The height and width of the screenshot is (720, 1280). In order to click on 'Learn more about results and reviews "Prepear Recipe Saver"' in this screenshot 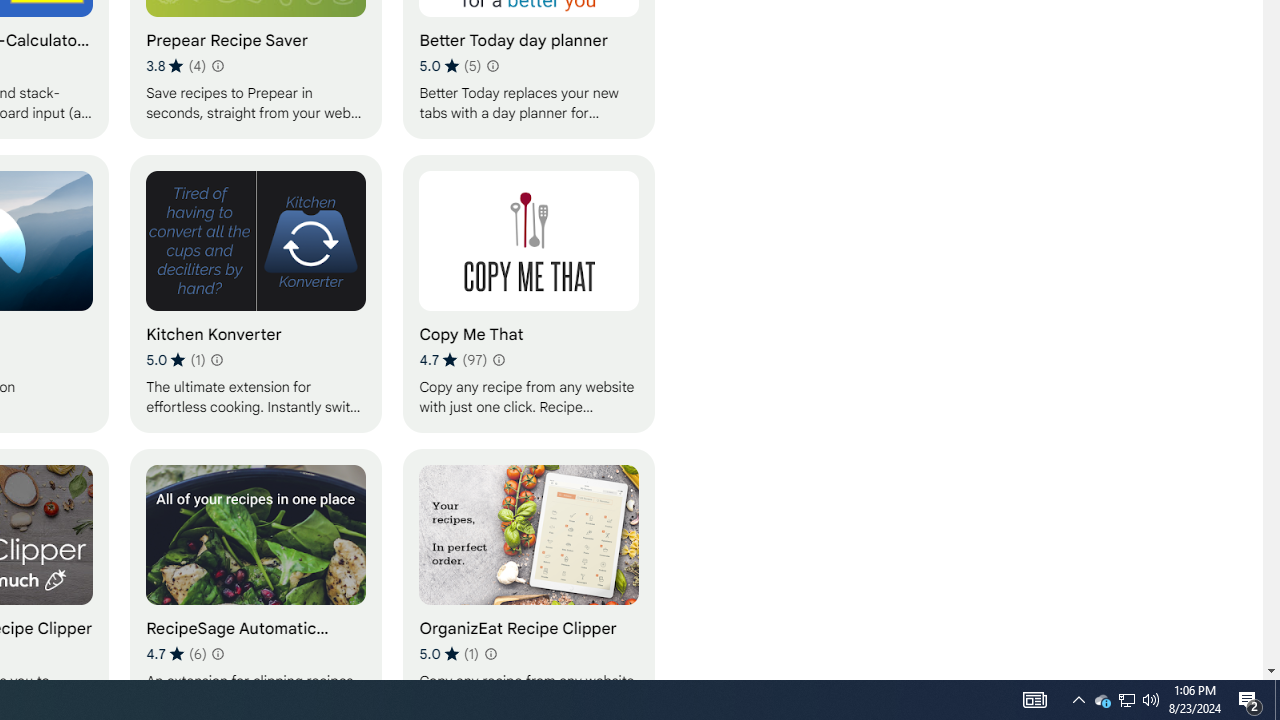, I will do `click(216, 64)`.